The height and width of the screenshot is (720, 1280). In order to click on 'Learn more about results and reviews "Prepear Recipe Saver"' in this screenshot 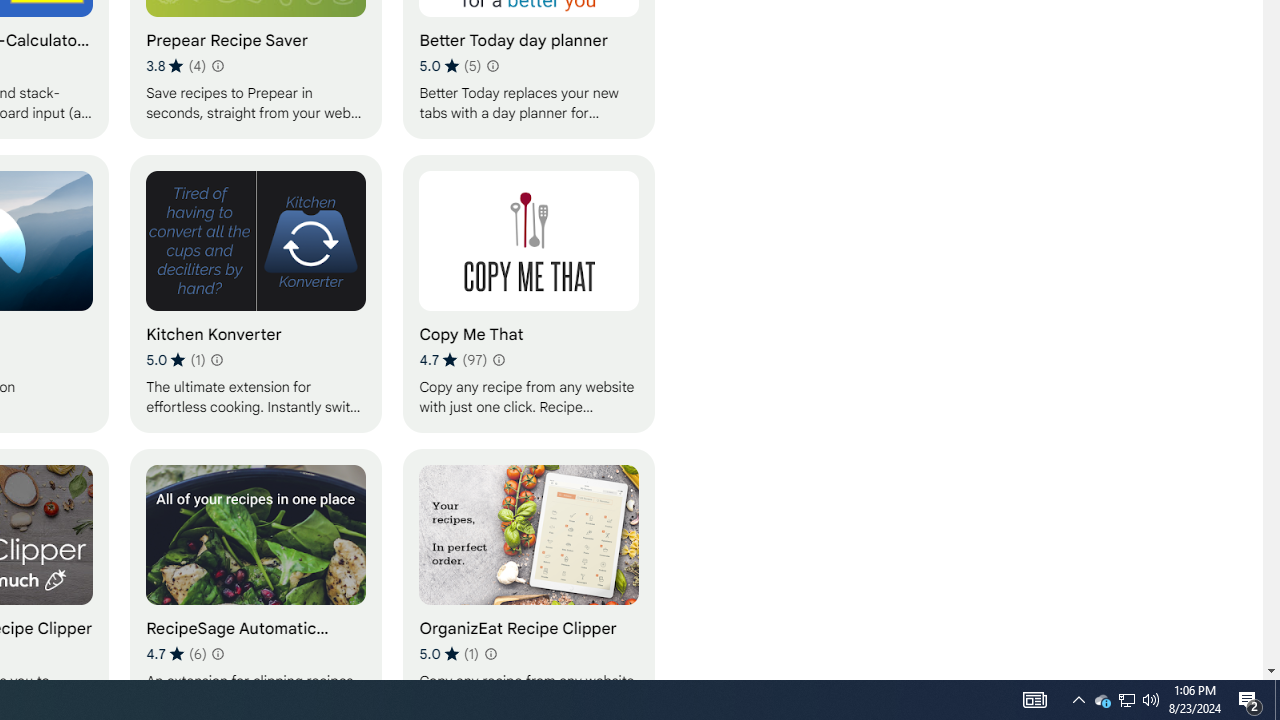, I will do `click(216, 64)`.